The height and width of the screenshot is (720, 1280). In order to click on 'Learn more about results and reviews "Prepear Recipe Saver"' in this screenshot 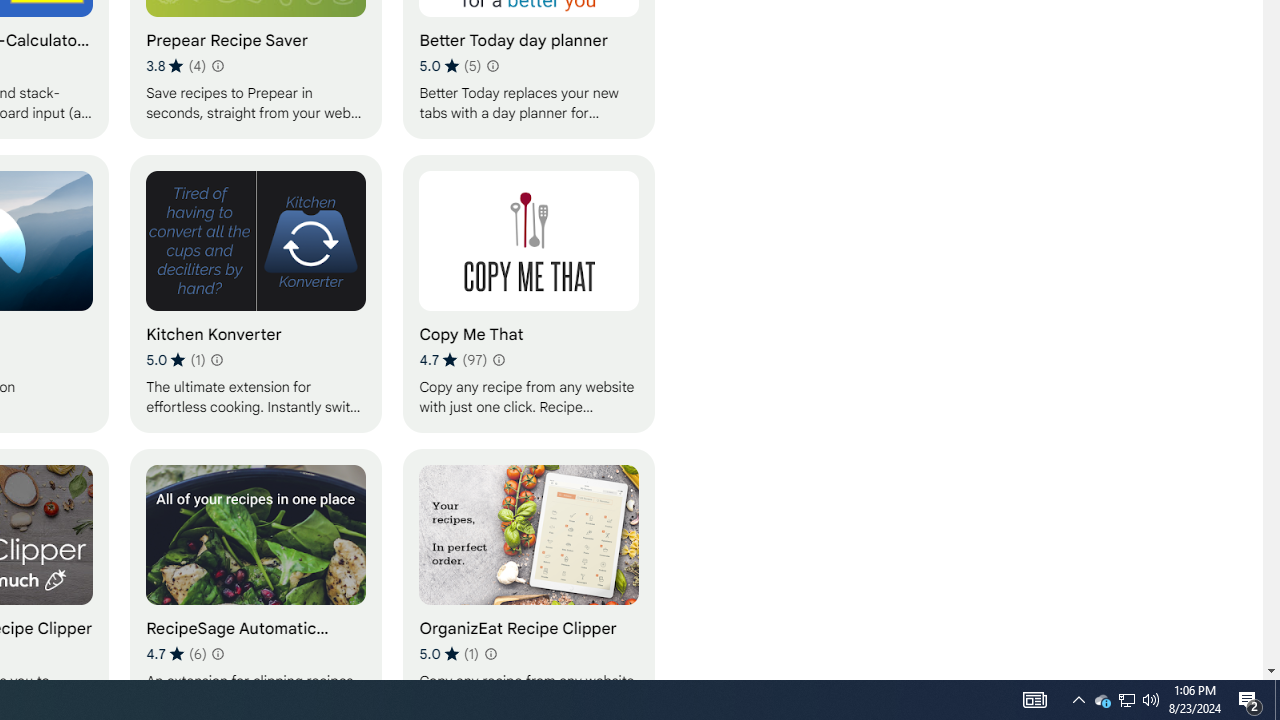, I will do `click(216, 64)`.